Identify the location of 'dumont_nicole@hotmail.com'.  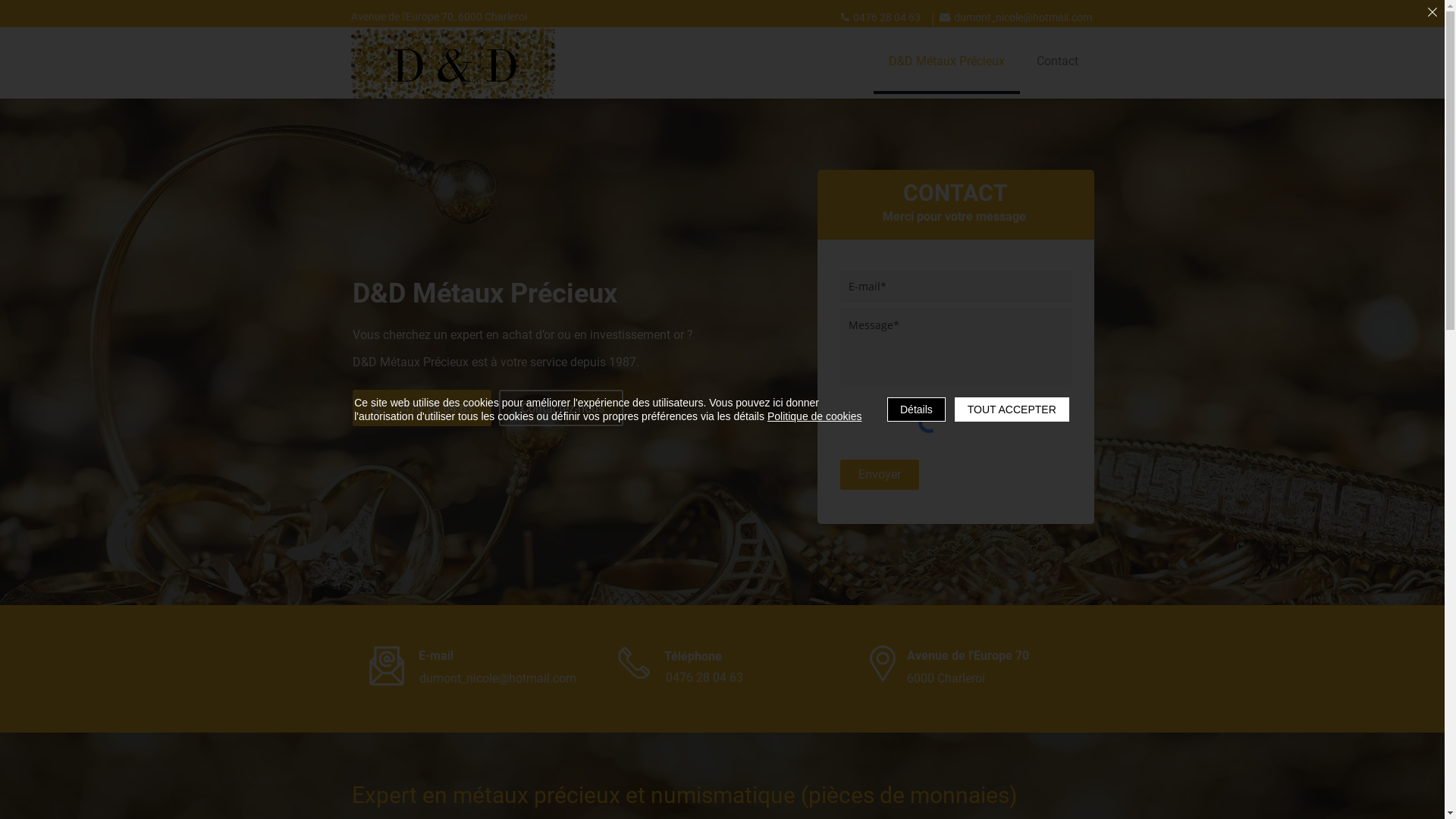
(1016, 17).